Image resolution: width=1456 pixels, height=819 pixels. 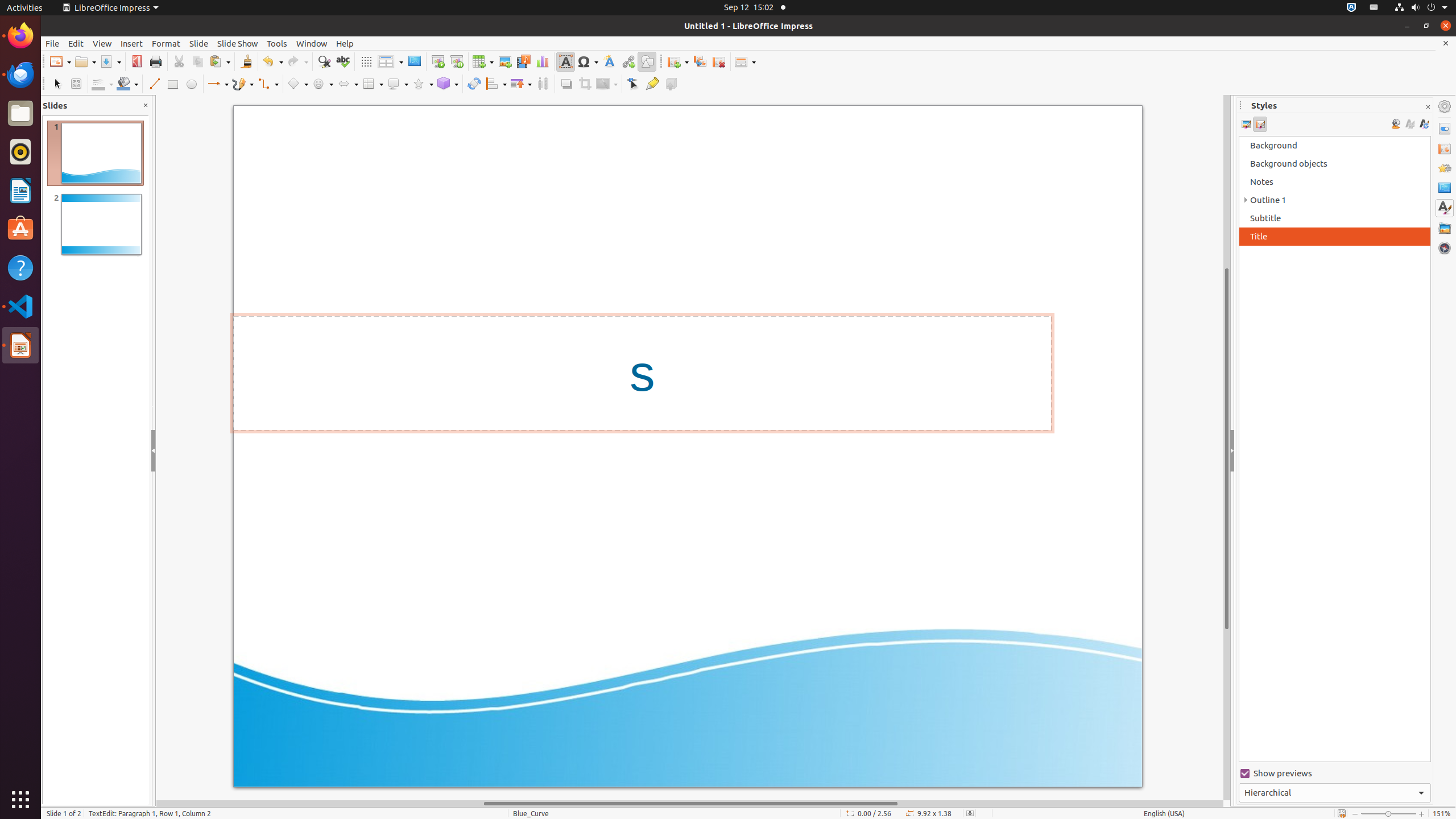 I want to click on 'Update Style', so click(x=1423, y=124).